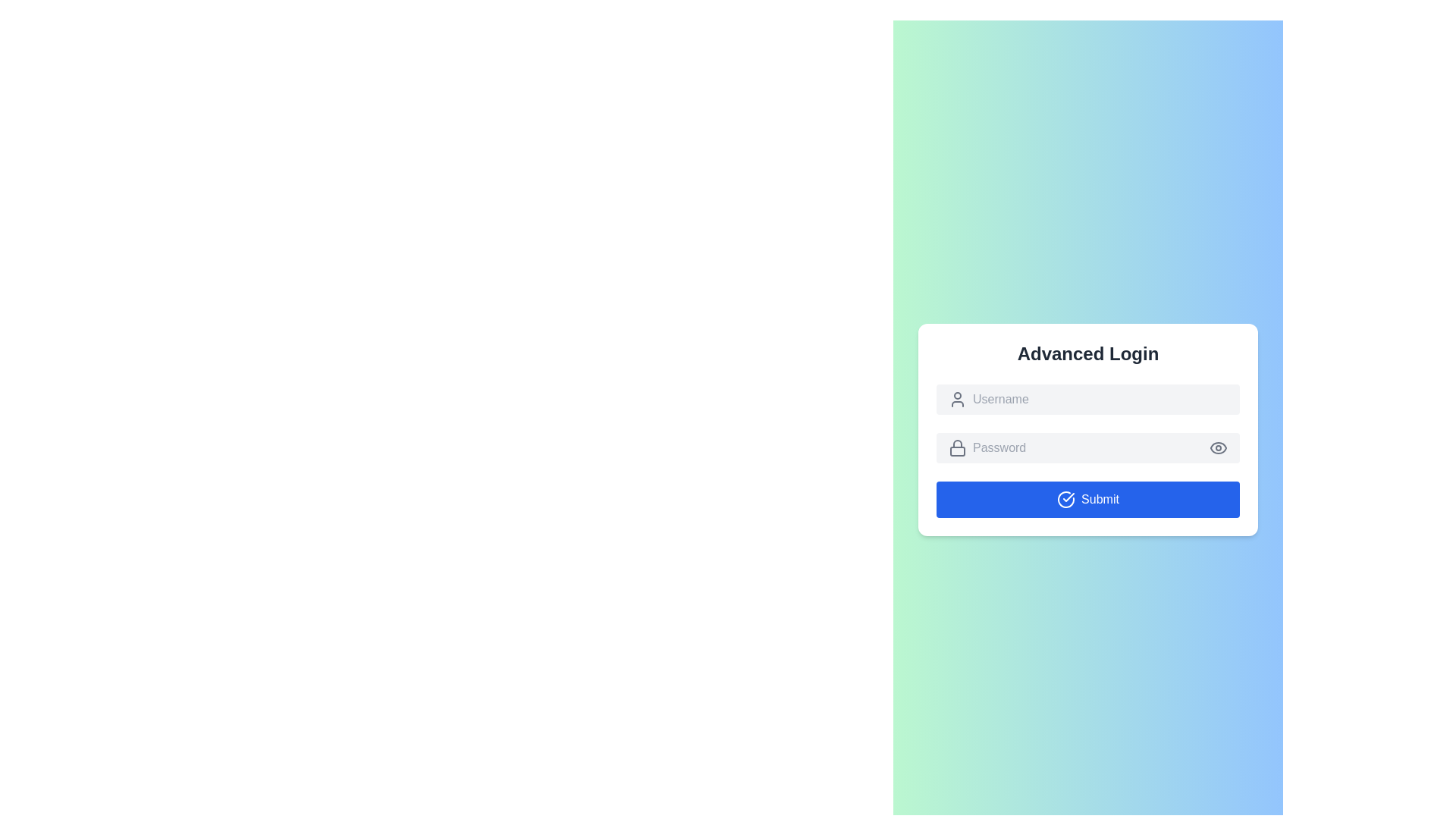 This screenshot has width=1456, height=819. Describe the element at coordinates (1087, 500) in the screenshot. I see `the 'Submit' button located at the bottom of the 'Advanced Login' form` at that location.